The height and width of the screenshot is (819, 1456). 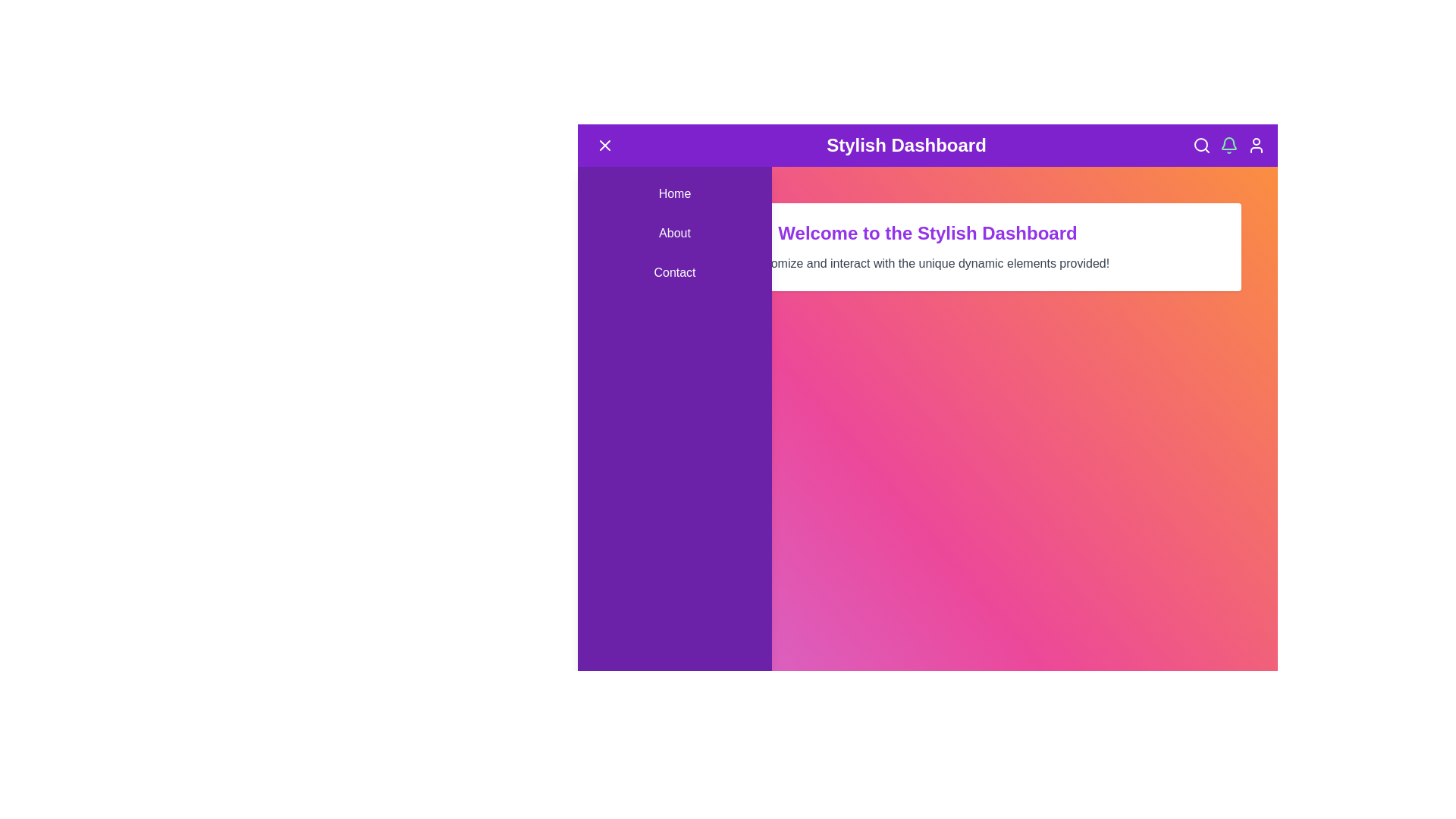 What do you see at coordinates (604, 146) in the screenshot?
I see `the menu button to toggle the side menu visibility` at bounding box center [604, 146].